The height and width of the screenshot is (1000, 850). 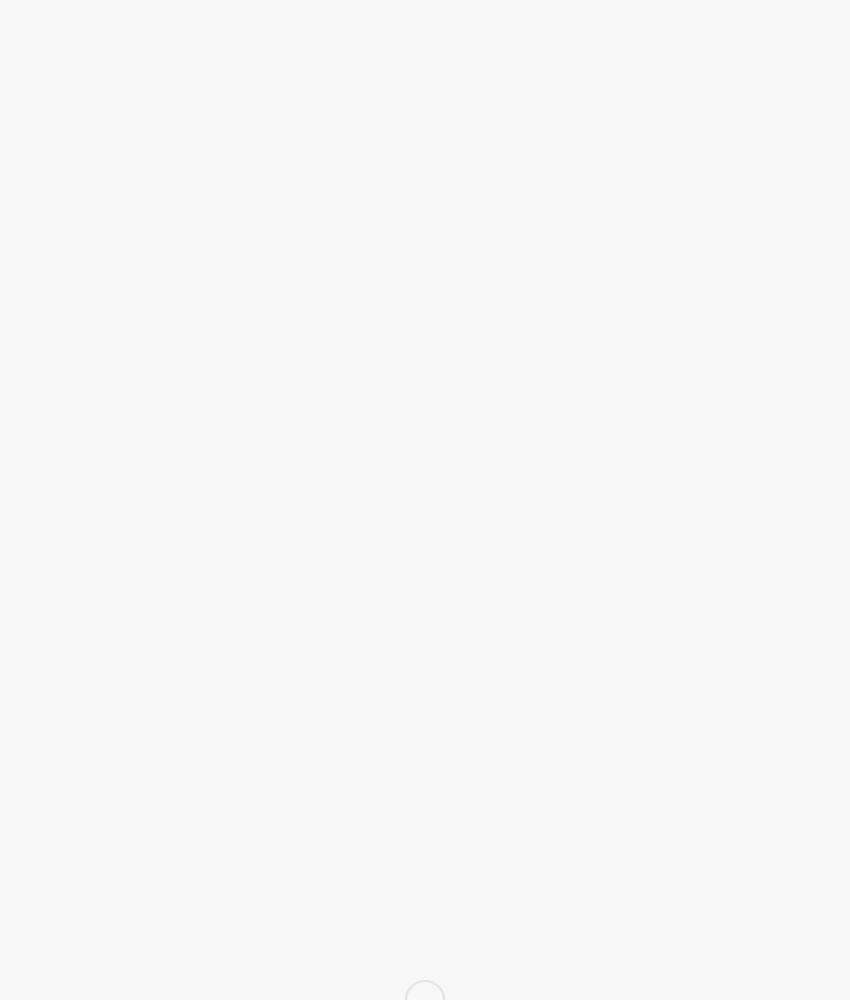 What do you see at coordinates (601, 616) in the screenshot?
I see `'Contacte'` at bounding box center [601, 616].